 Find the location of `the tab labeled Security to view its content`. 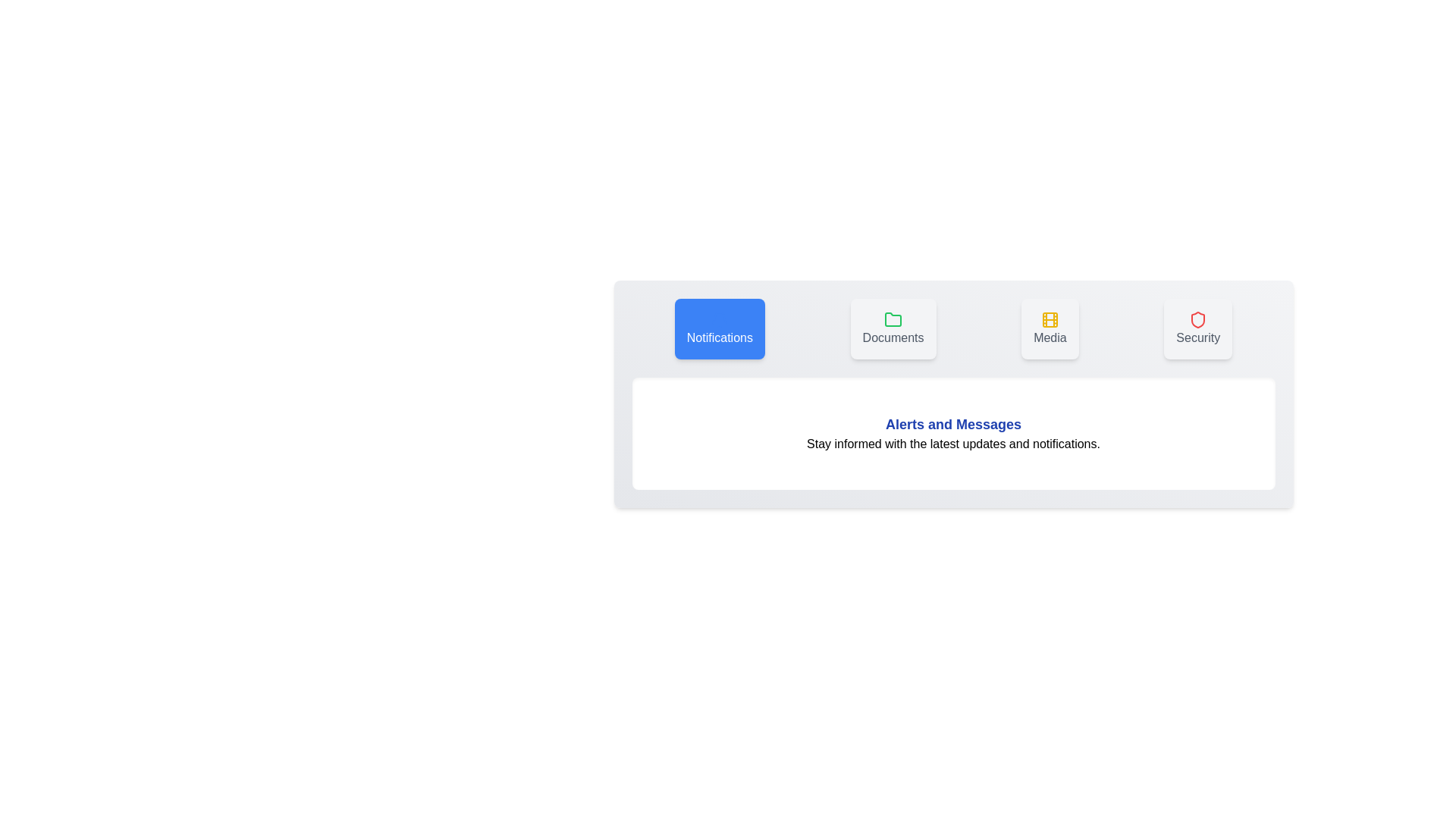

the tab labeled Security to view its content is located at coordinates (1197, 328).